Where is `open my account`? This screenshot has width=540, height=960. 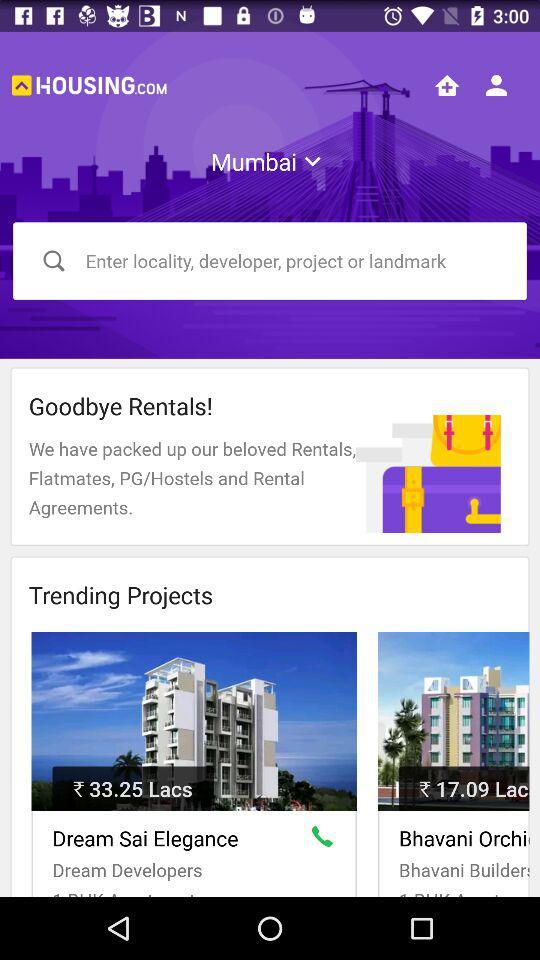
open my account is located at coordinates (495, 85).